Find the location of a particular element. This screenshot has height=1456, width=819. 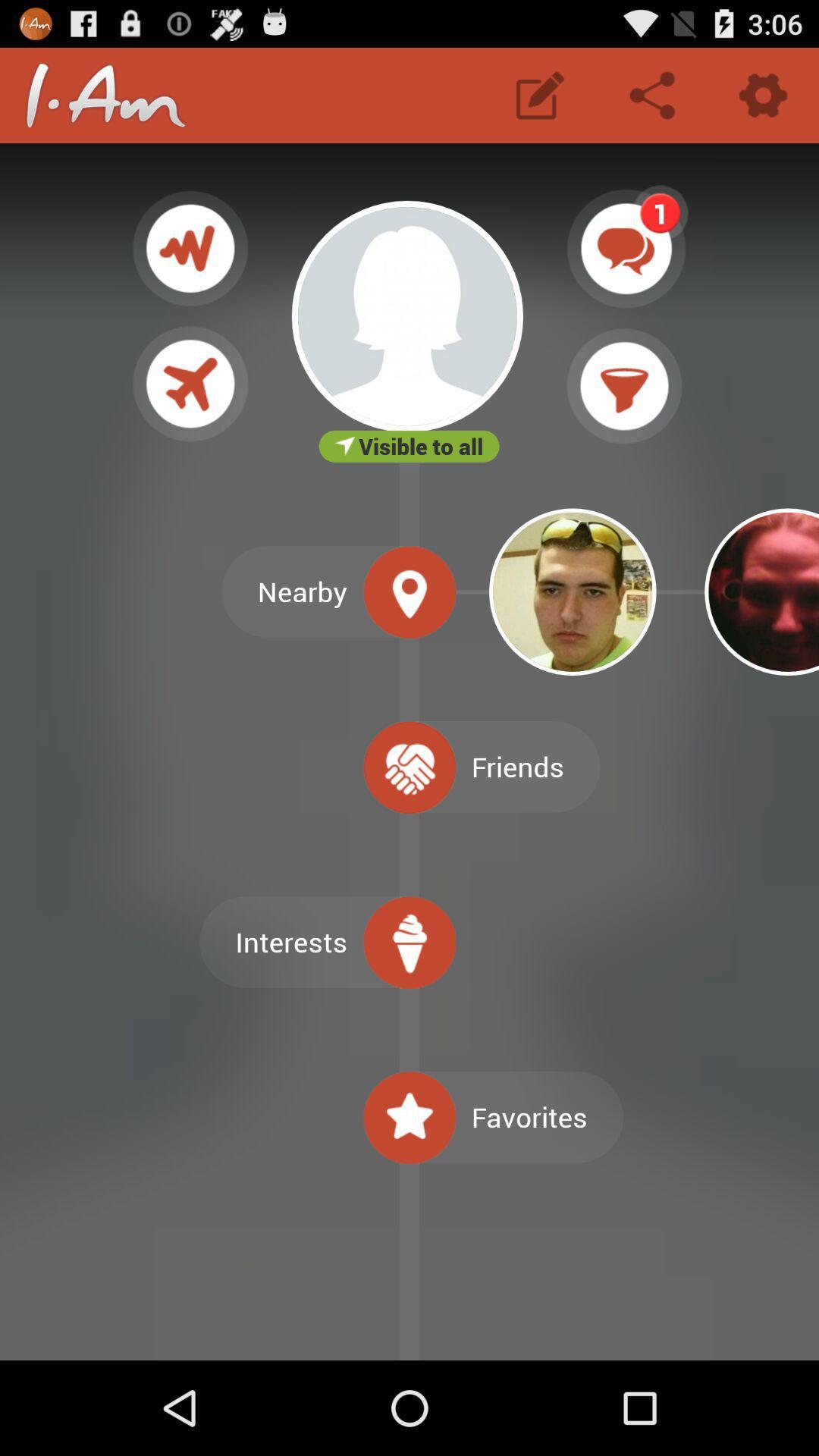

the filter icon is located at coordinates (624, 413).